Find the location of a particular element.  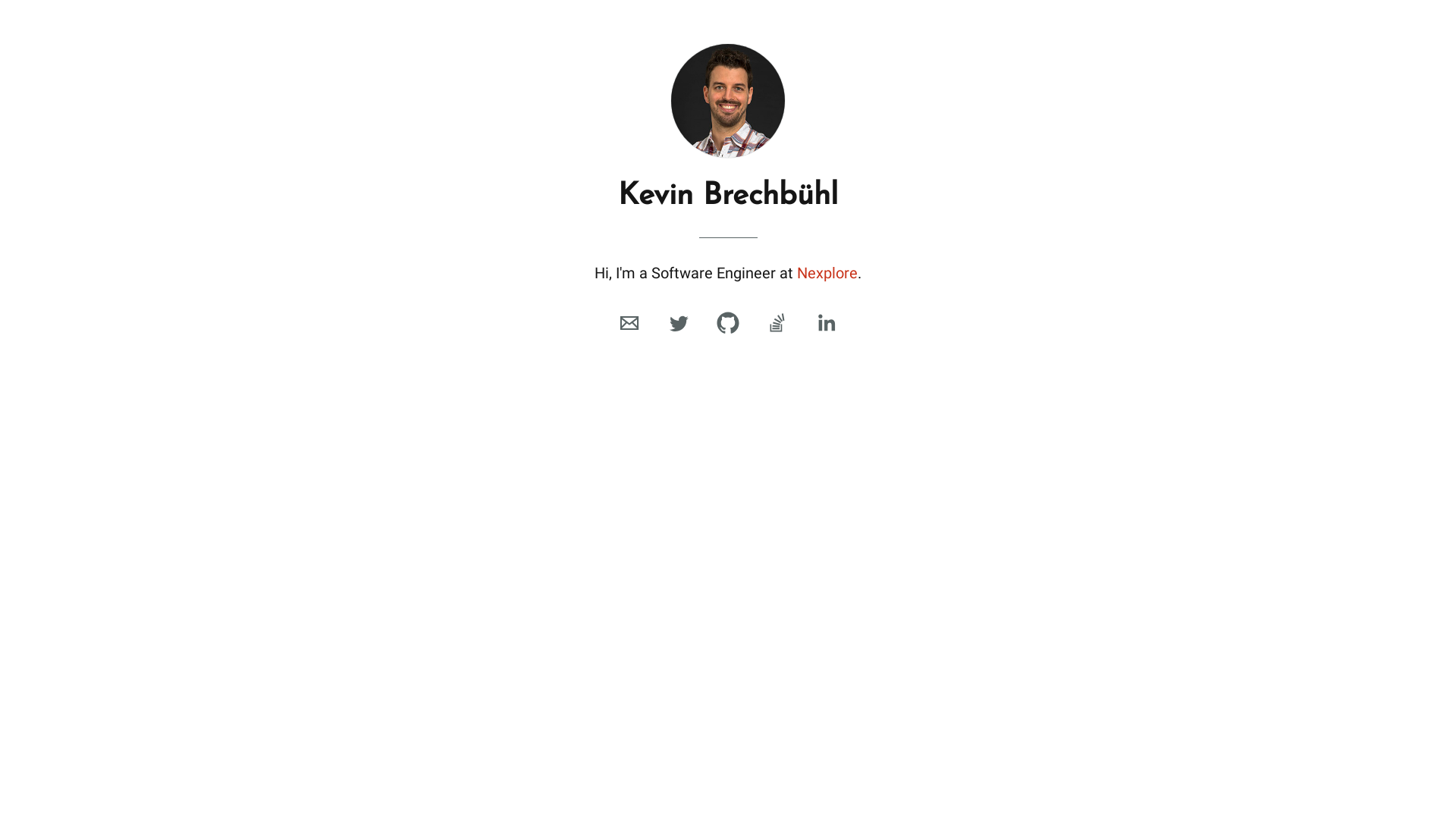

'Nexplore' is located at coordinates (796, 271).